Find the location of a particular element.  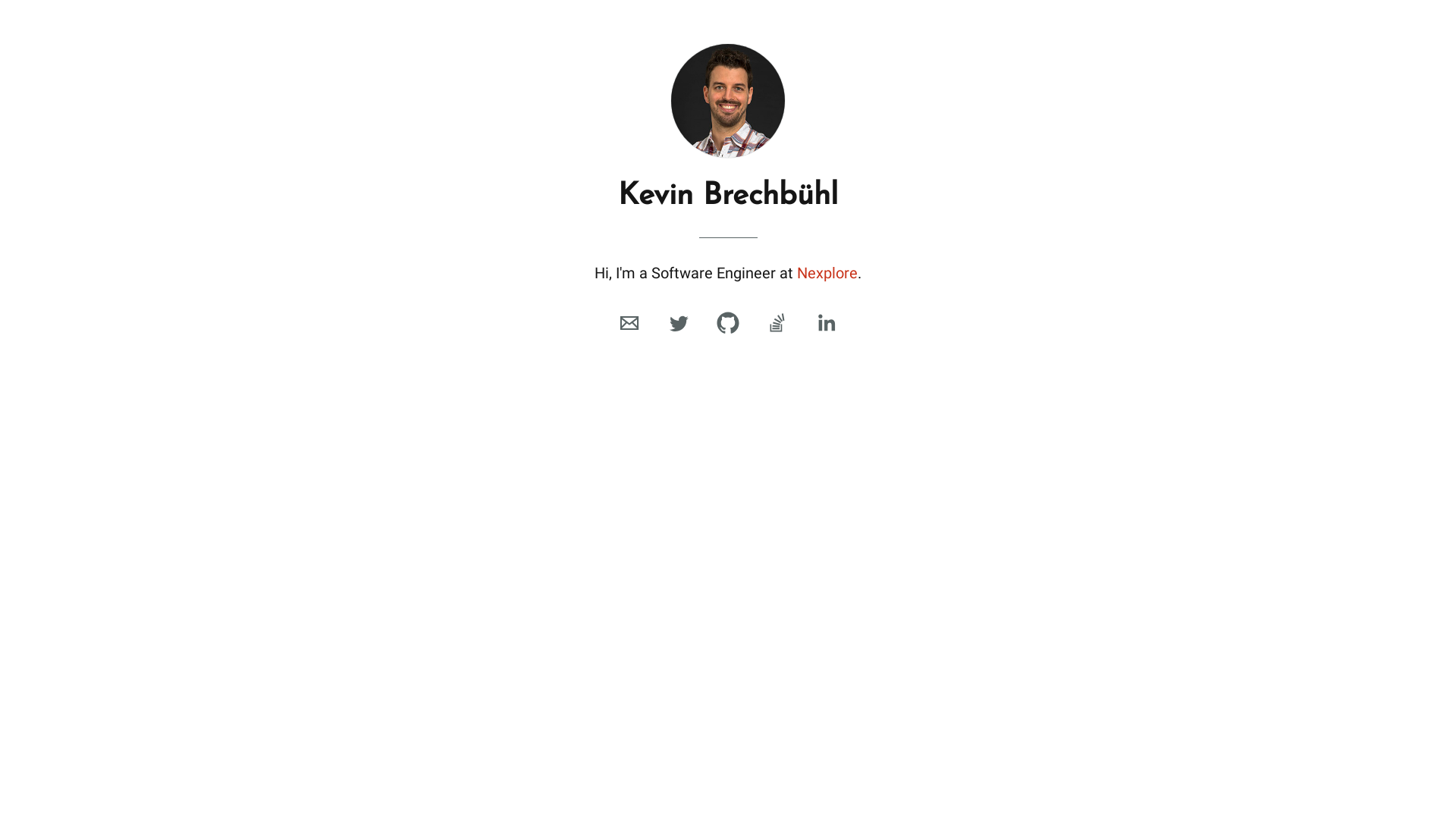

'Nexplore' is located at coordinates (796, 271).